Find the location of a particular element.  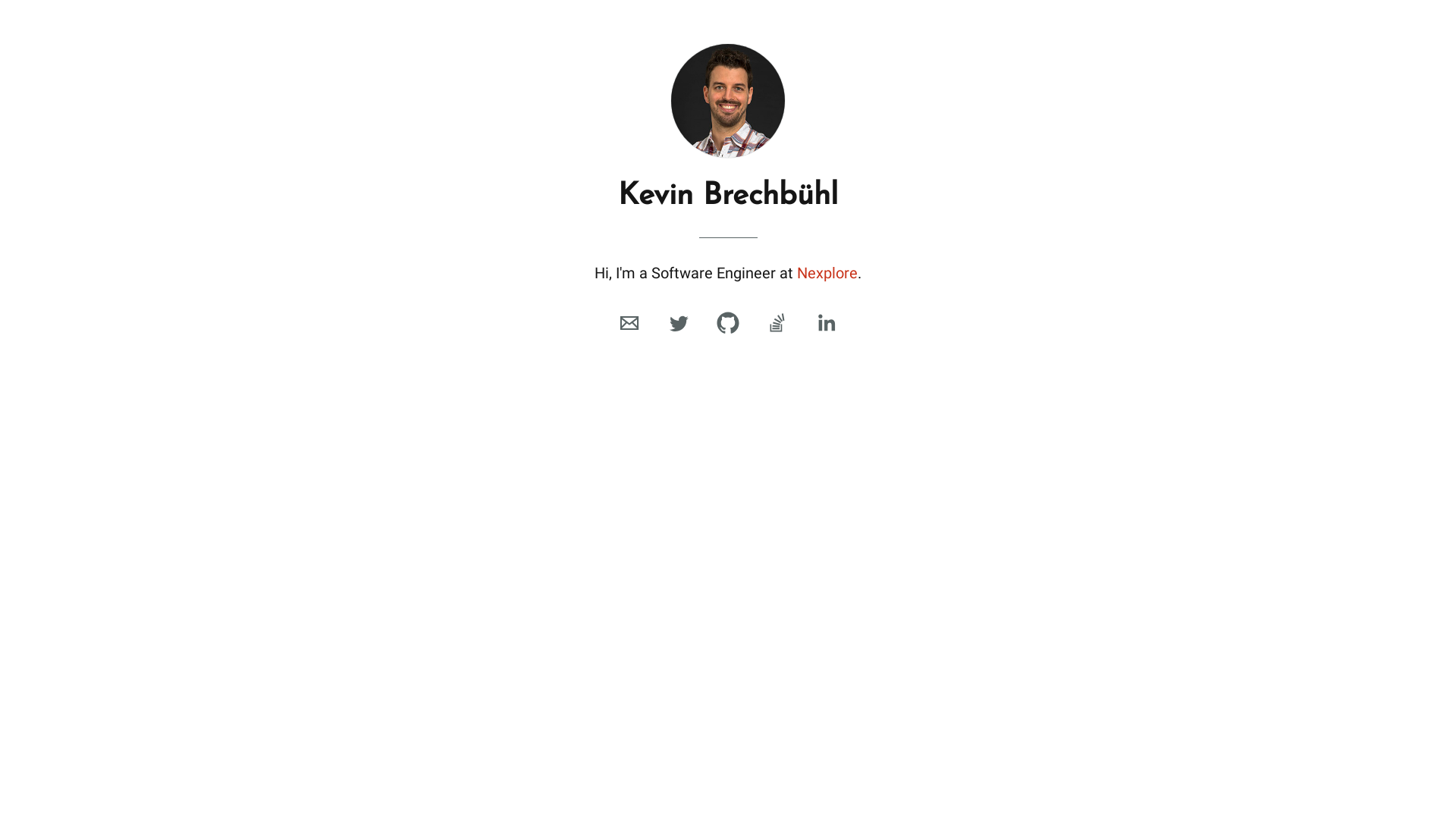

'Nexplore' is located at coordinates (796, 271).